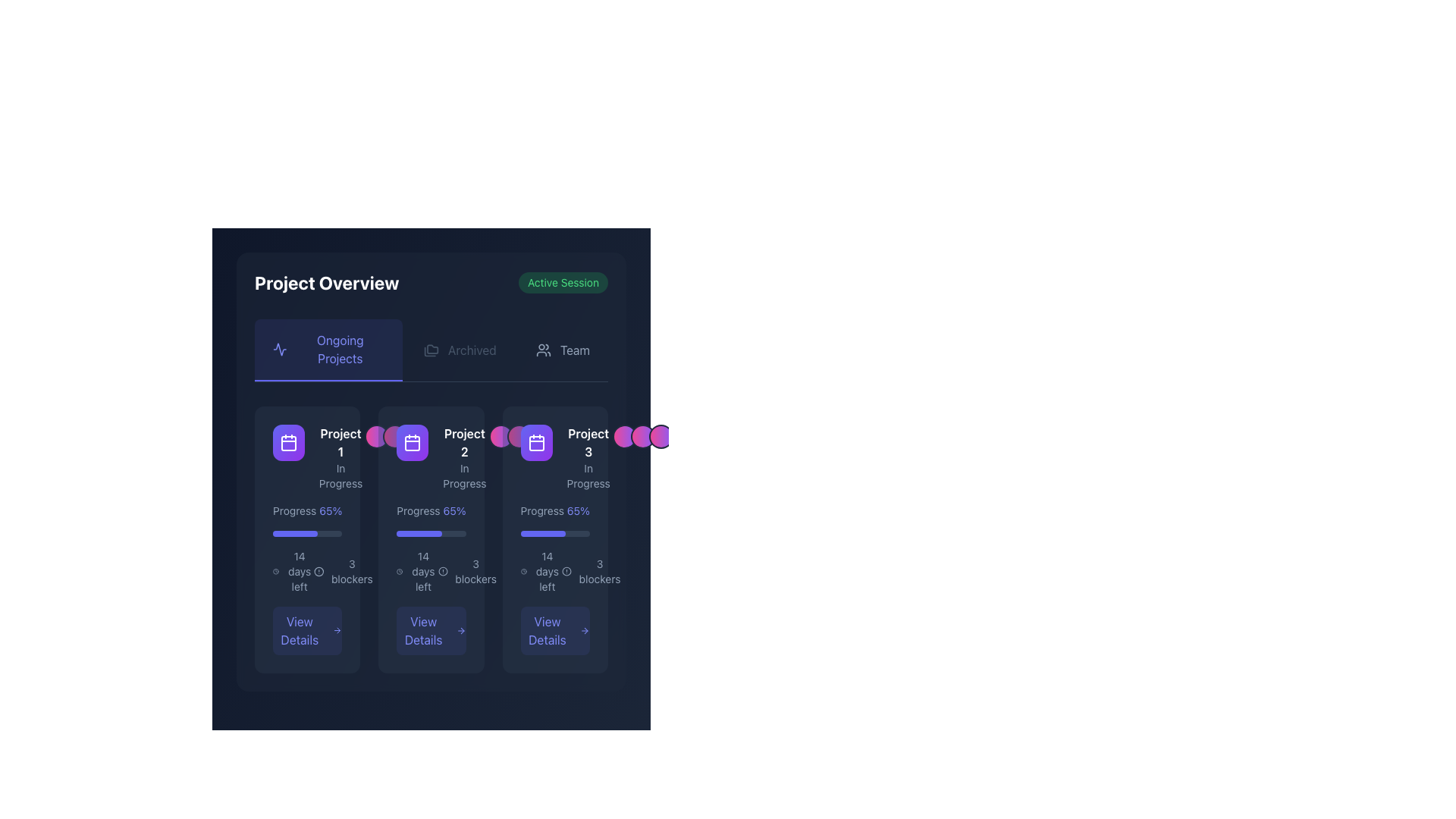 The height and width of the screenshot is (819, 1456). Describe the element at coordinates (566, 571) in the screenshot. I see `the circular element within the SVG graphic that serves as a visual notification or alert, located to the right of the 'Project 3' card in the 'Ongoing Projects' section` at that location.